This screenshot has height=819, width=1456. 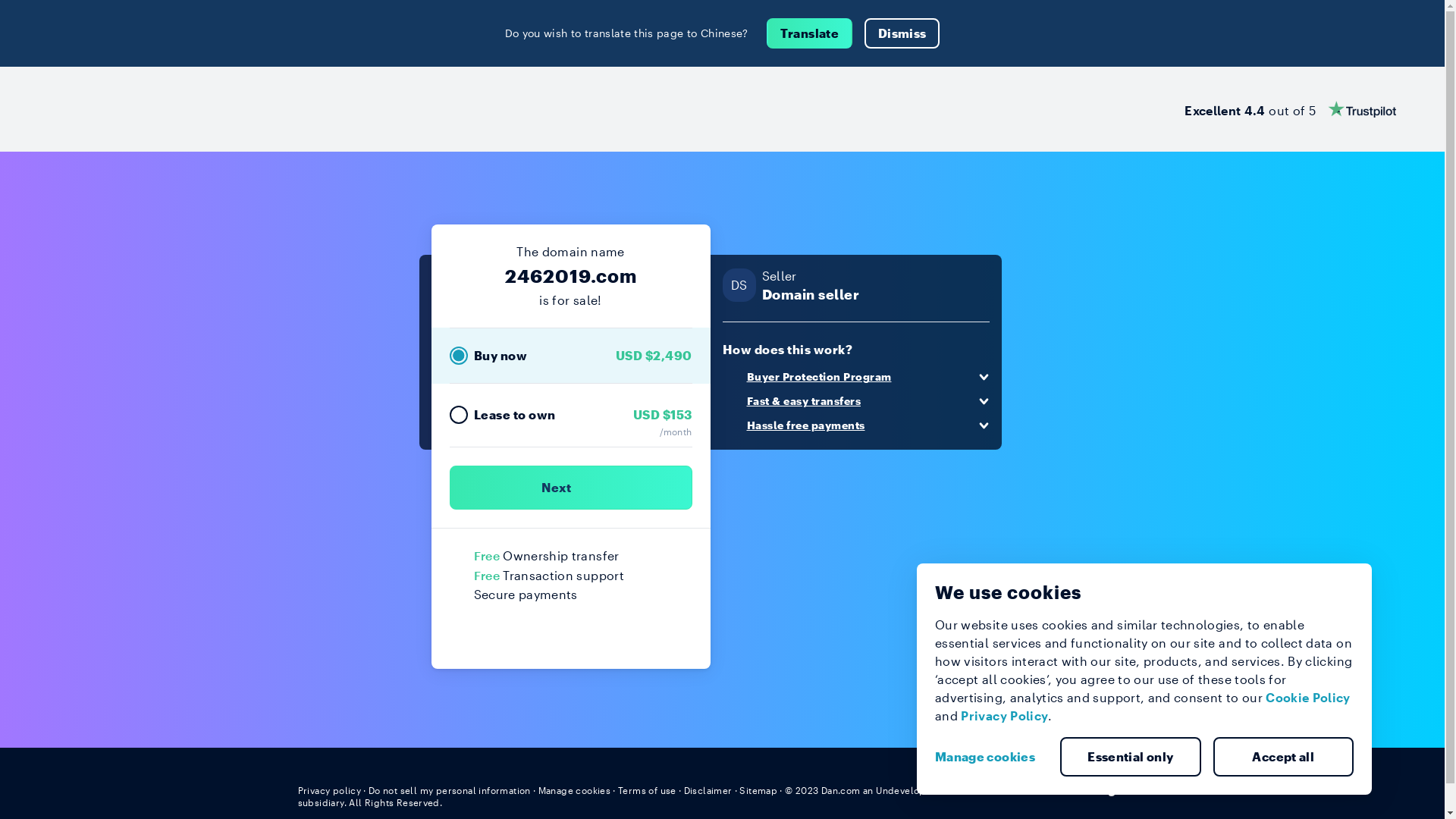 What do you see at coordinates (808, 33) in the screenshot?
I see `'Translate'` at bounding box center [808, 33].